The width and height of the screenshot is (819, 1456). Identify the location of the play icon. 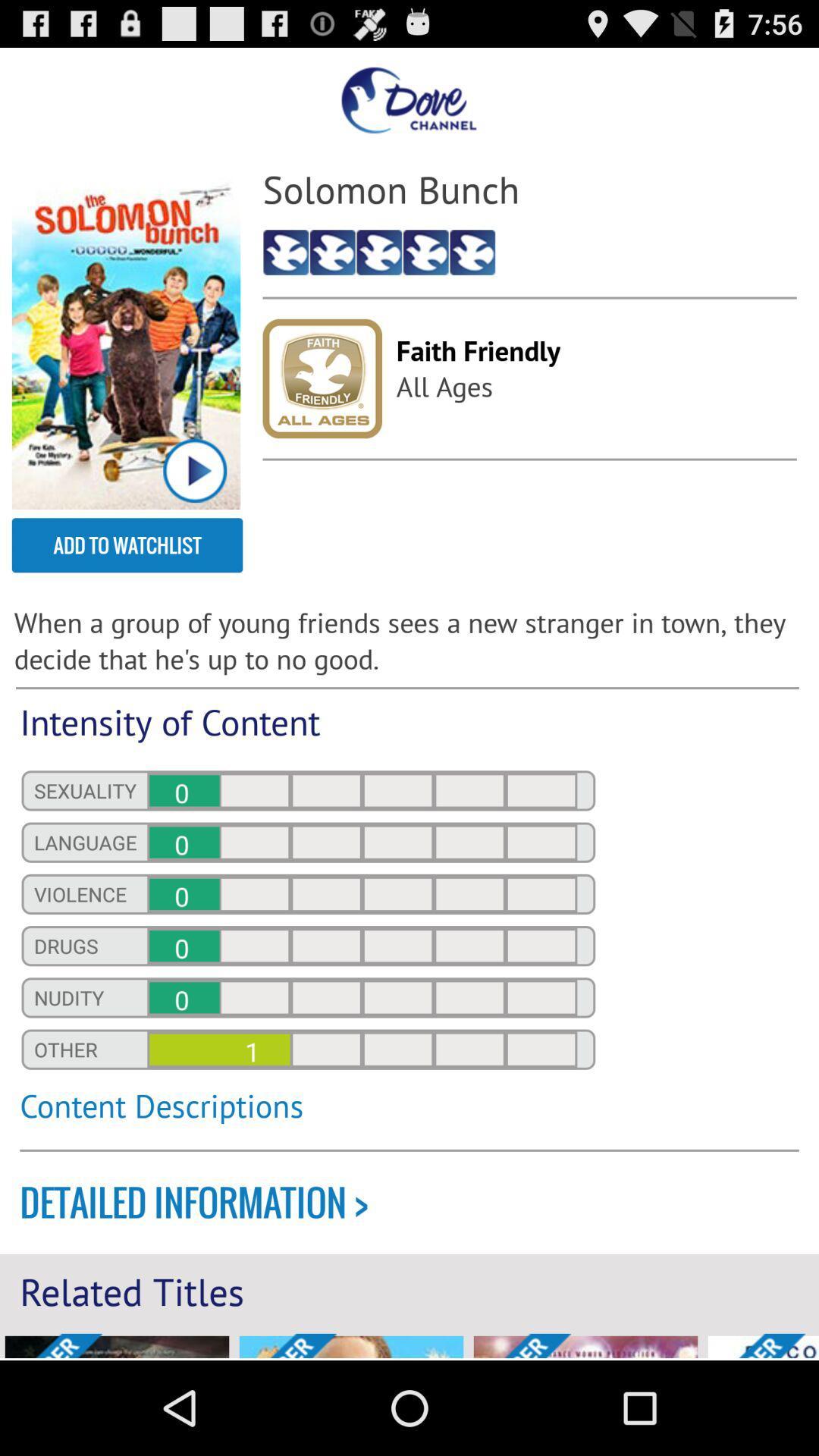
(194, 504).